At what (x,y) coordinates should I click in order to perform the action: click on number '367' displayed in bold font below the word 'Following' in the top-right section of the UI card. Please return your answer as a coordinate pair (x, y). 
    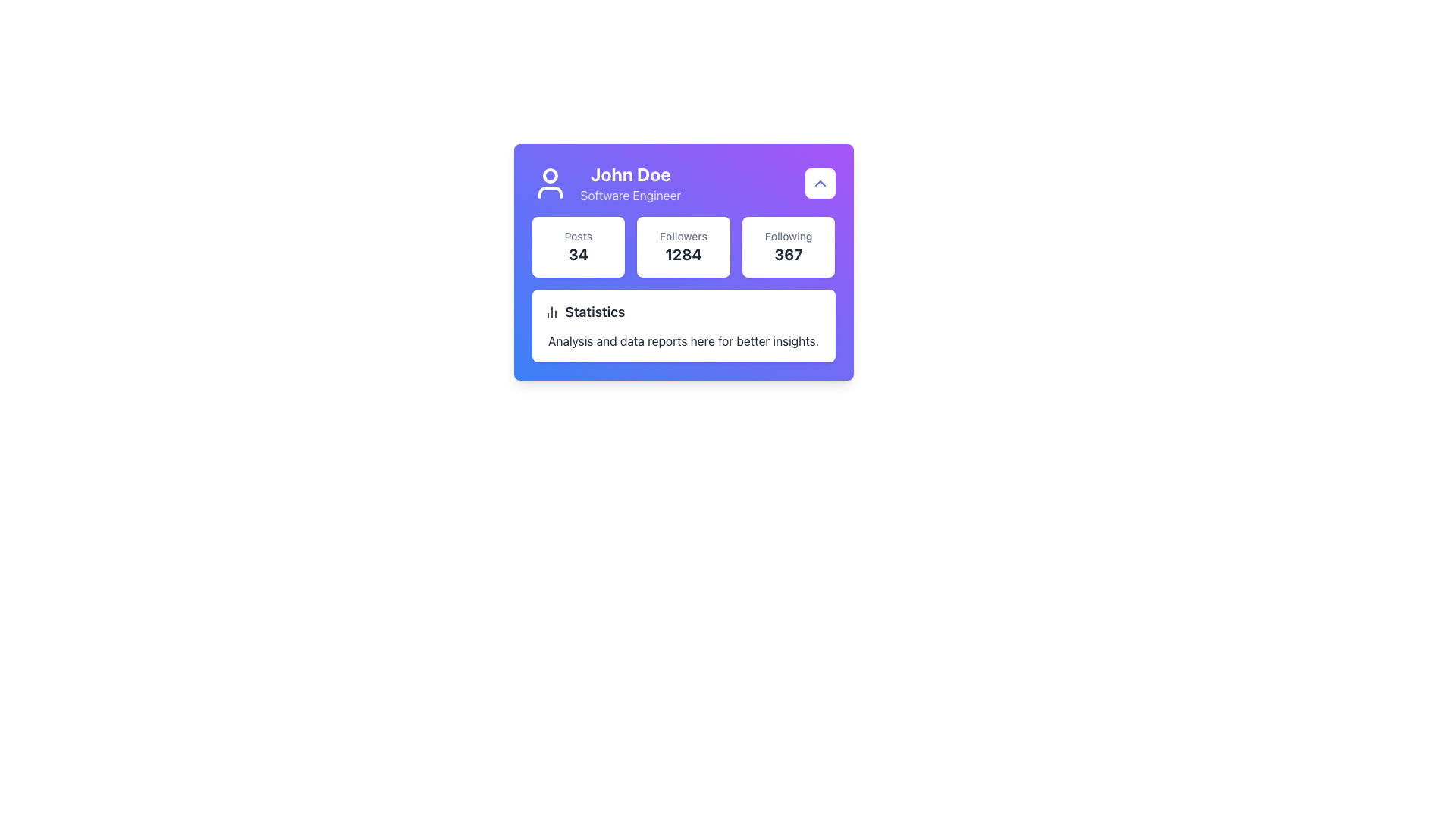
    Looking at the image, I should click on (789, 253).